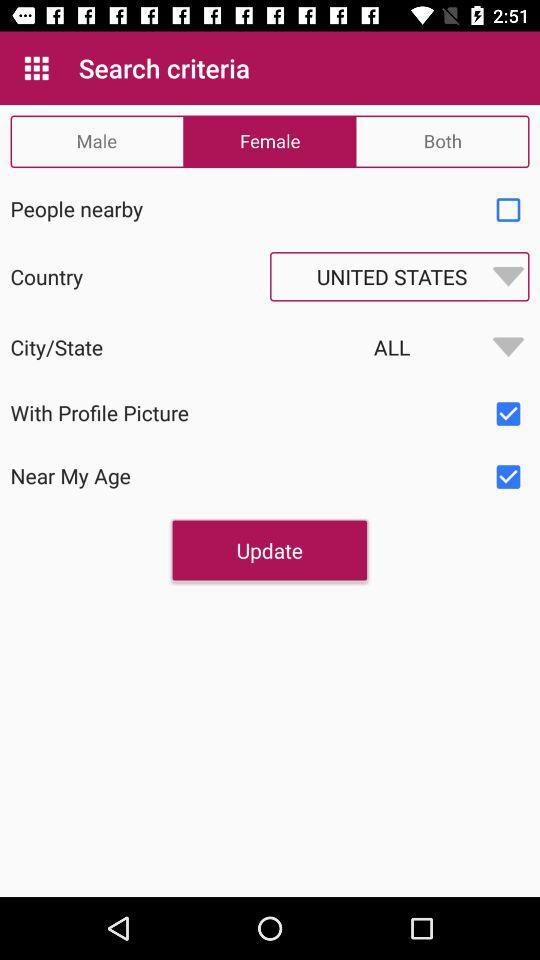 Image resolution: width=540 pixels, height=960 pixels. I want to click on the app to the left of search criteria, so click(36, 68).